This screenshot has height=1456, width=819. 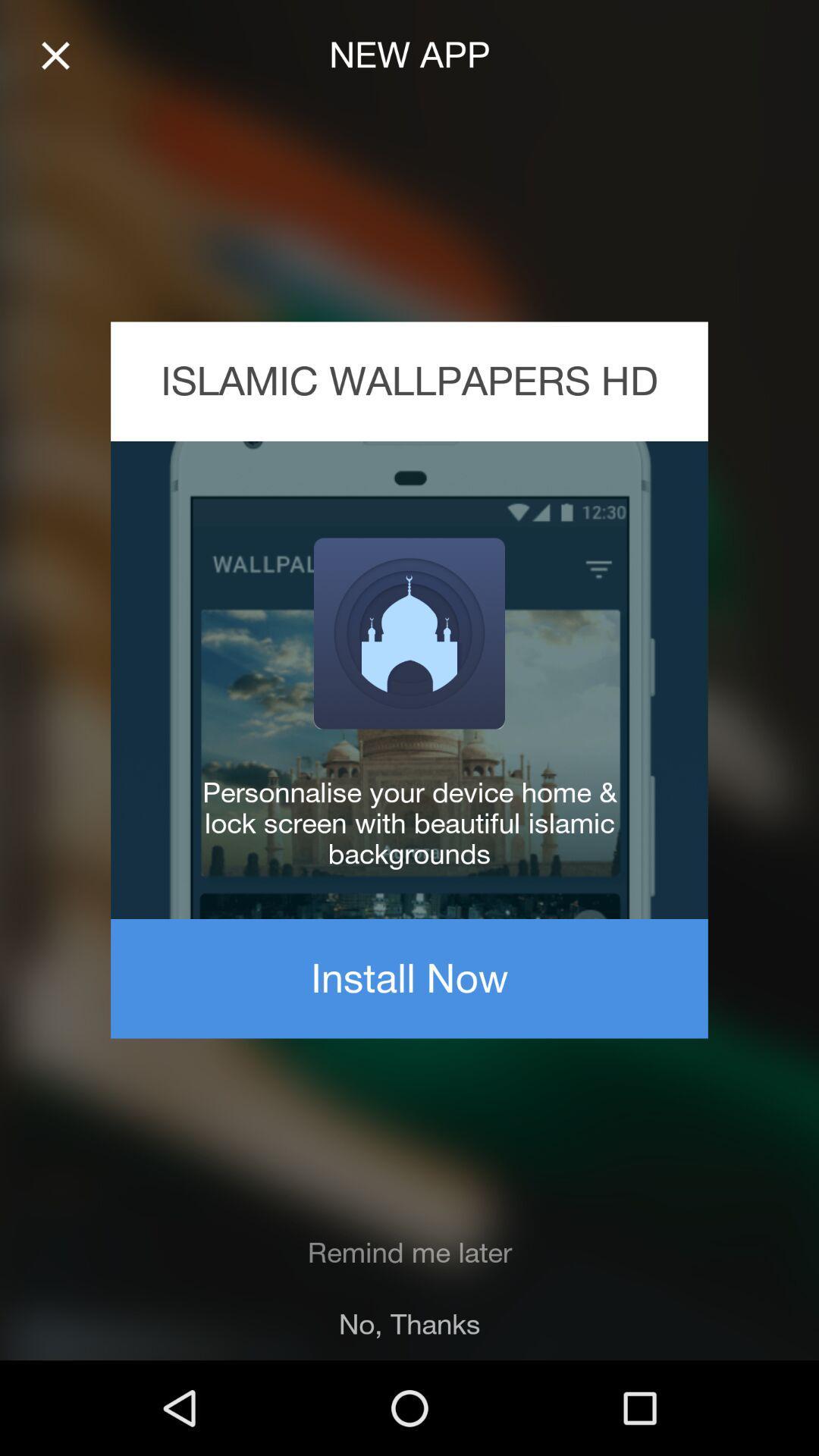 What do you see at coordinates (409, 1323) in the screenshot?
I see `the no, thanks` at bounding box center [409, 1323].